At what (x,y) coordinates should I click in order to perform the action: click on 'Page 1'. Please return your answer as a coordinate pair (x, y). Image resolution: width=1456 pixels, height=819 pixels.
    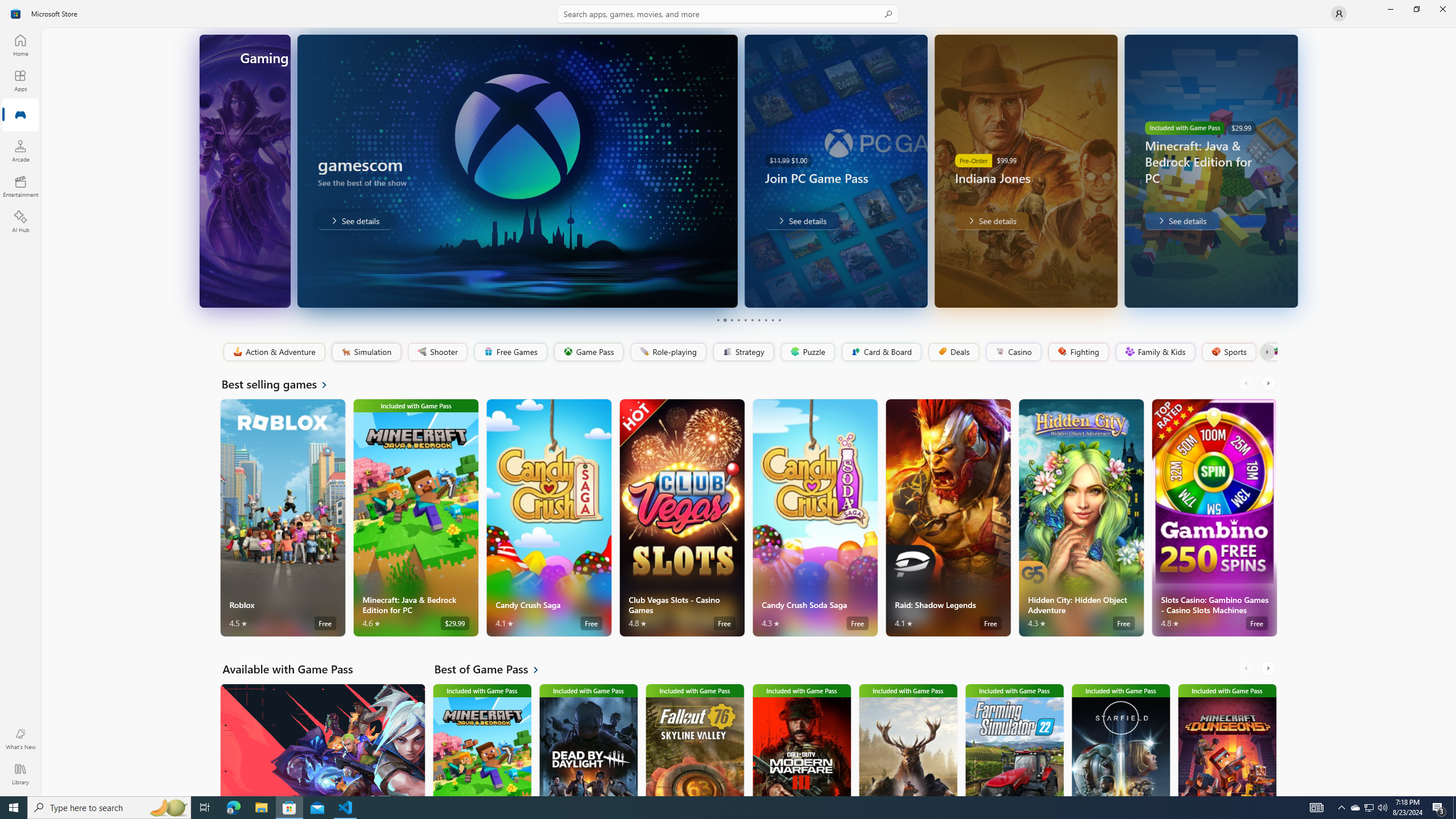
    Looking at the image, I should click on (717, 320).